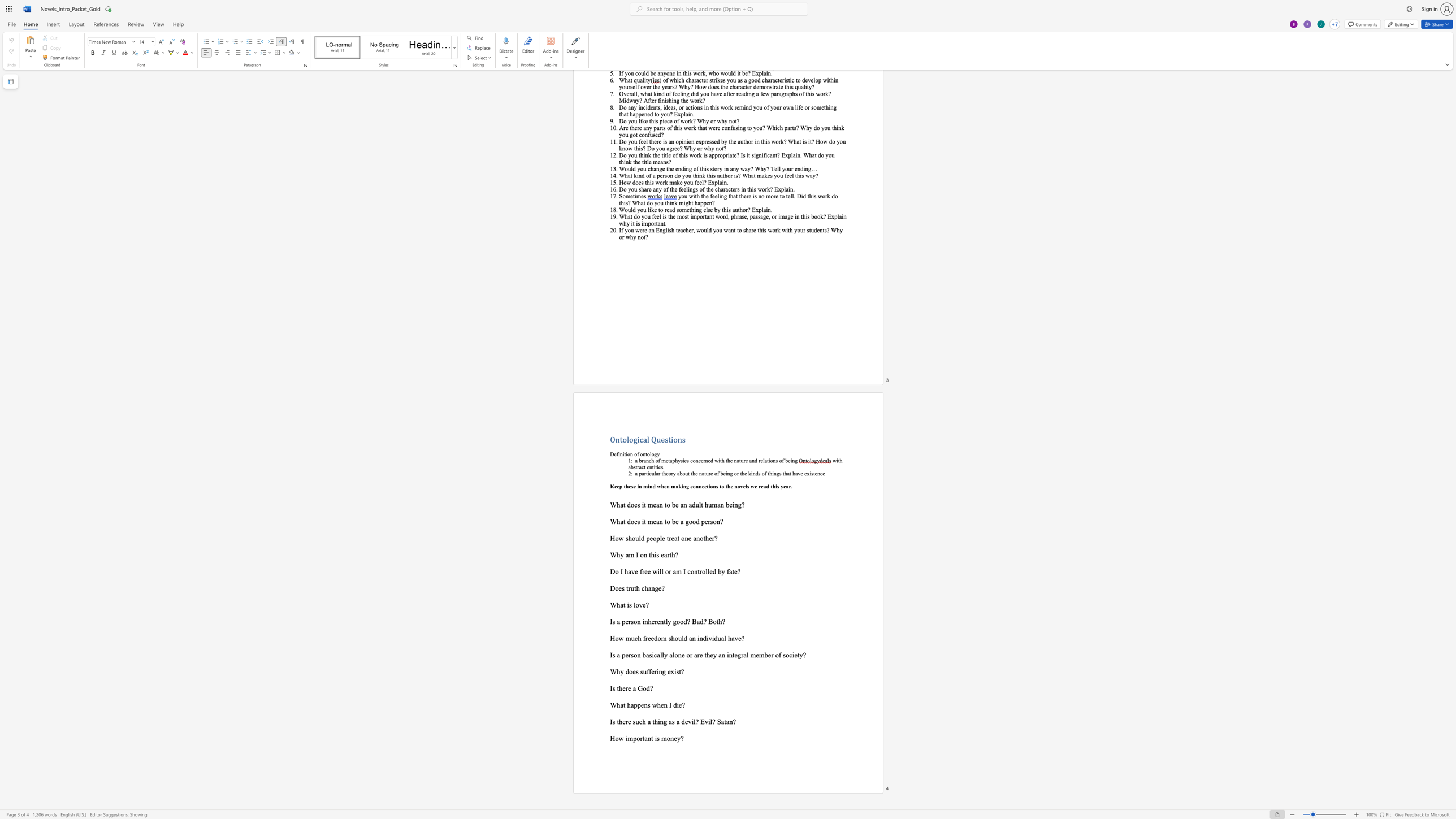  I want to click on the space between the continuous character "o" and "u" in the text, so click(678, 638).